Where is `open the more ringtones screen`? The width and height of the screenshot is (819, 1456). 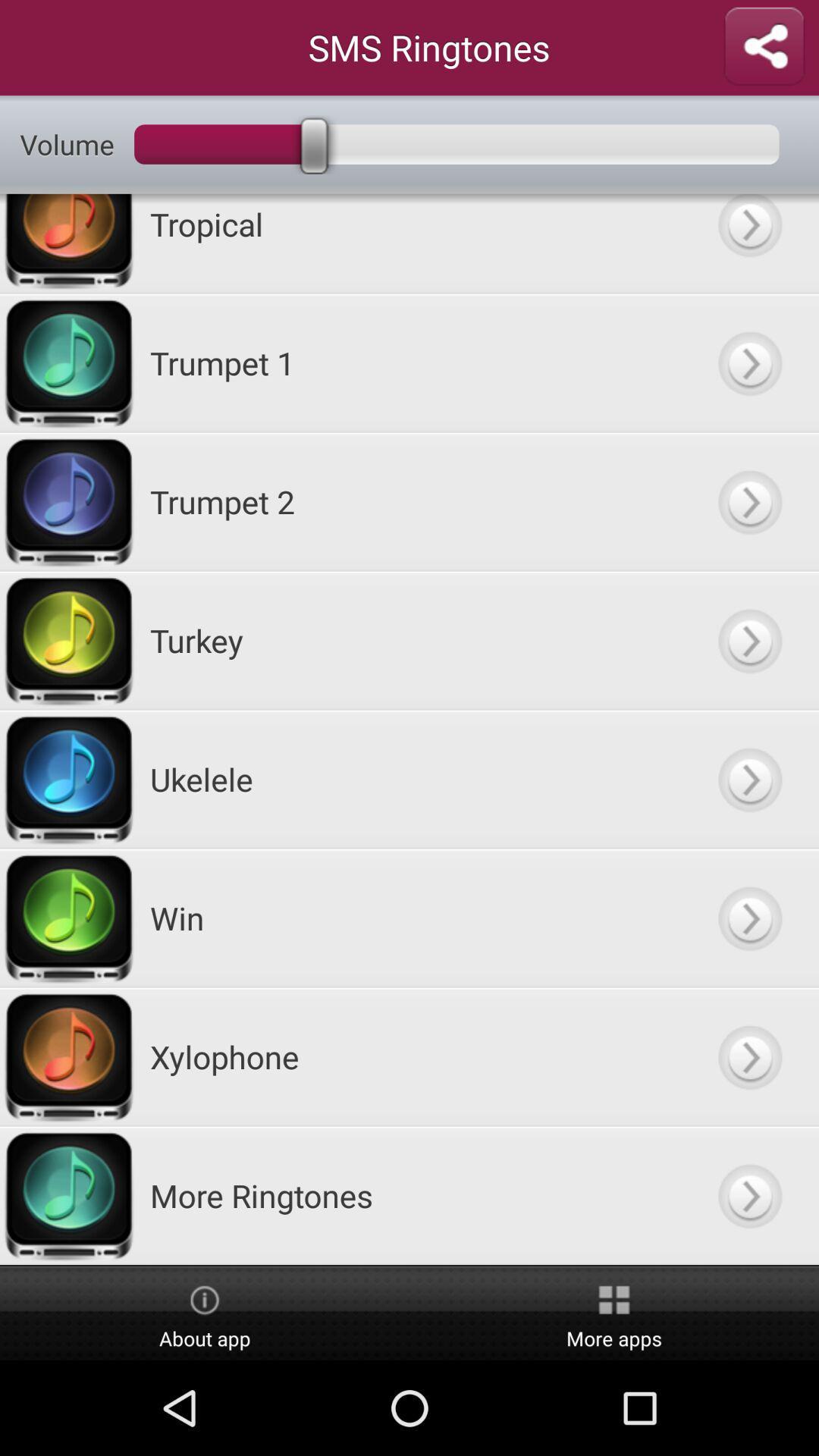 open the more ringtones screen is located at coordinates (748, 1194).